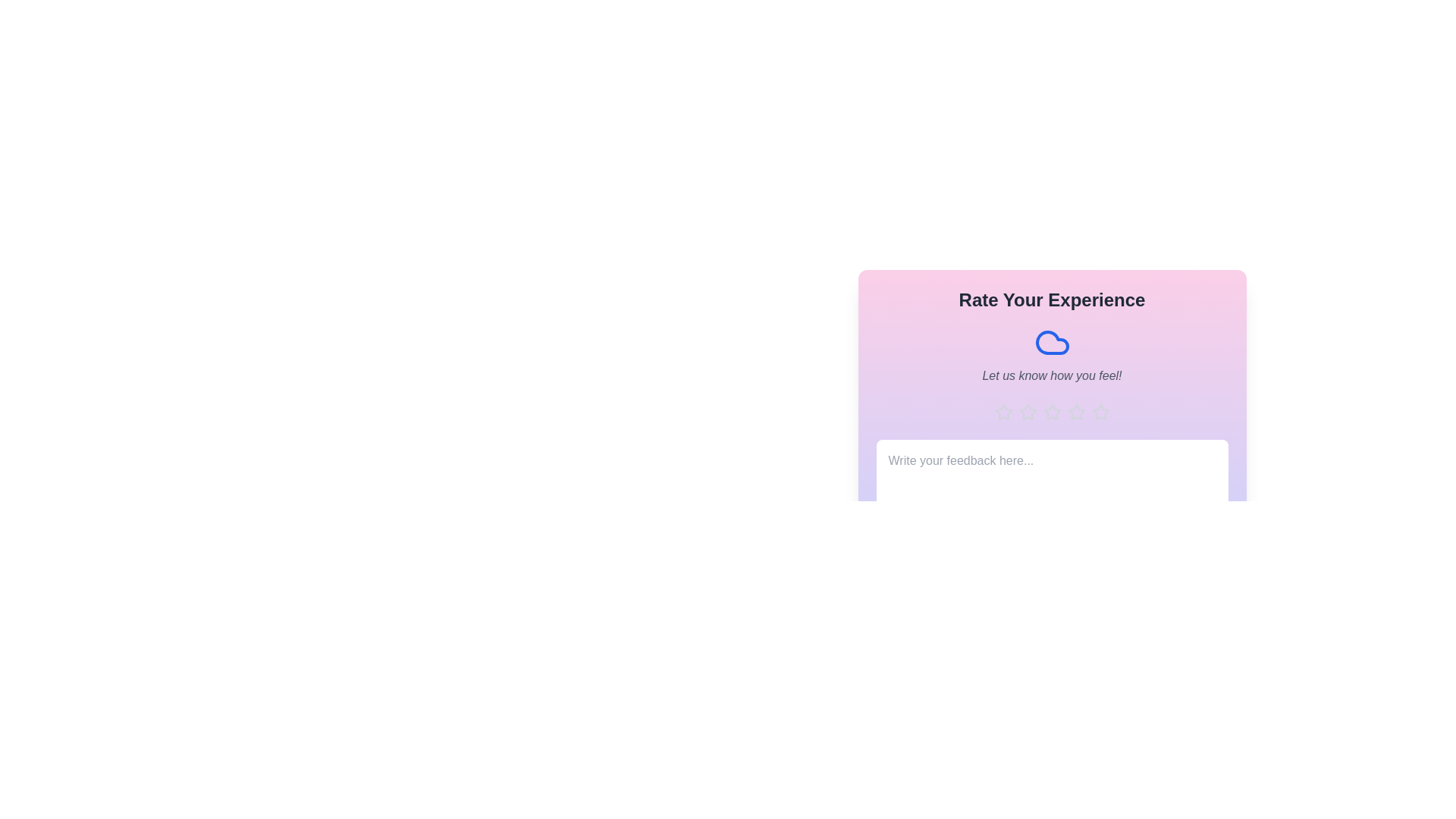  Describe the element at coordinates (1051, 479) in the screenshot. I see `the text area and type the feedback` at that location.